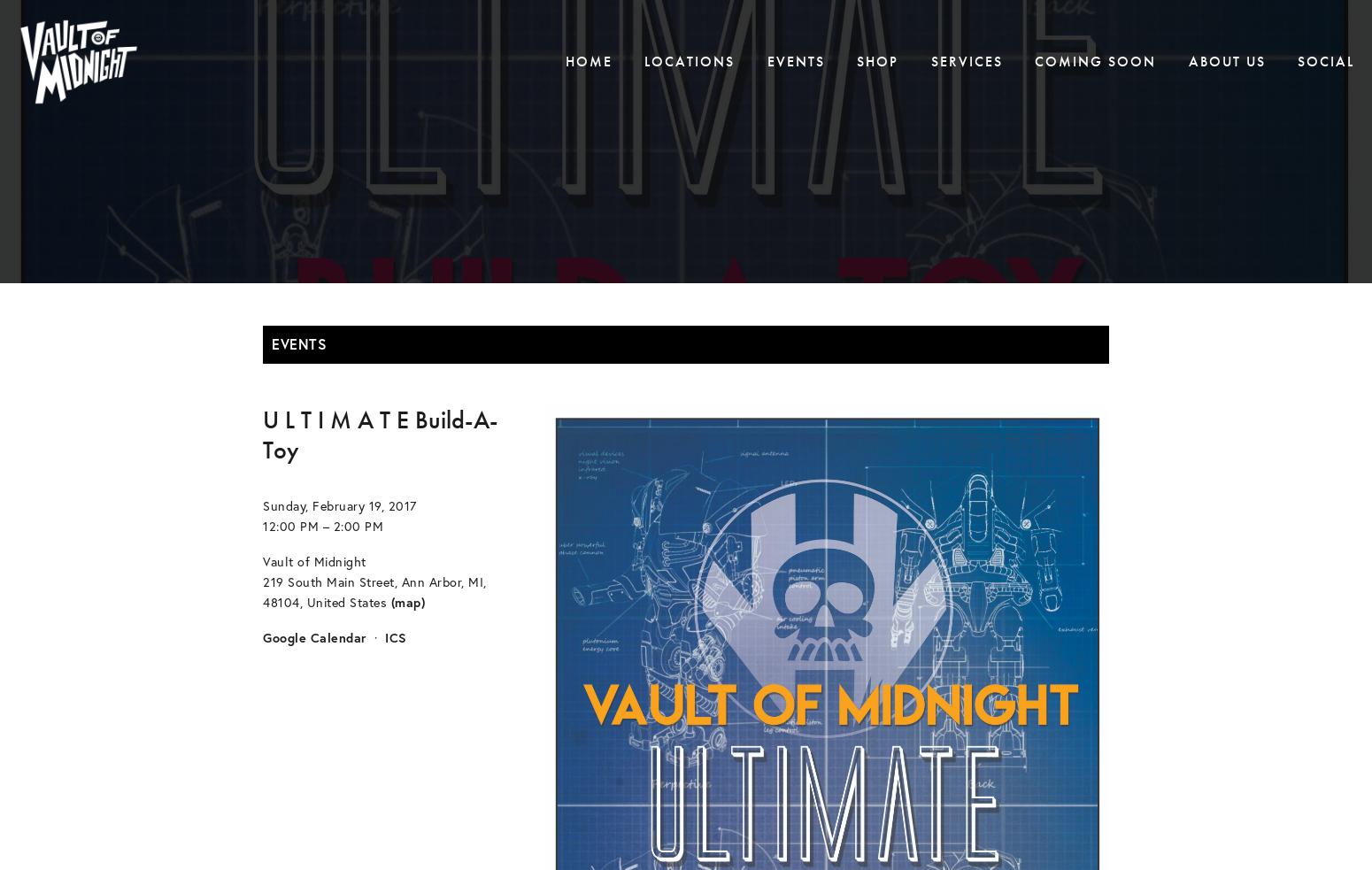 This screenshot has height=870, width=1372. I want to click on 'ICS', so click(396, 635).